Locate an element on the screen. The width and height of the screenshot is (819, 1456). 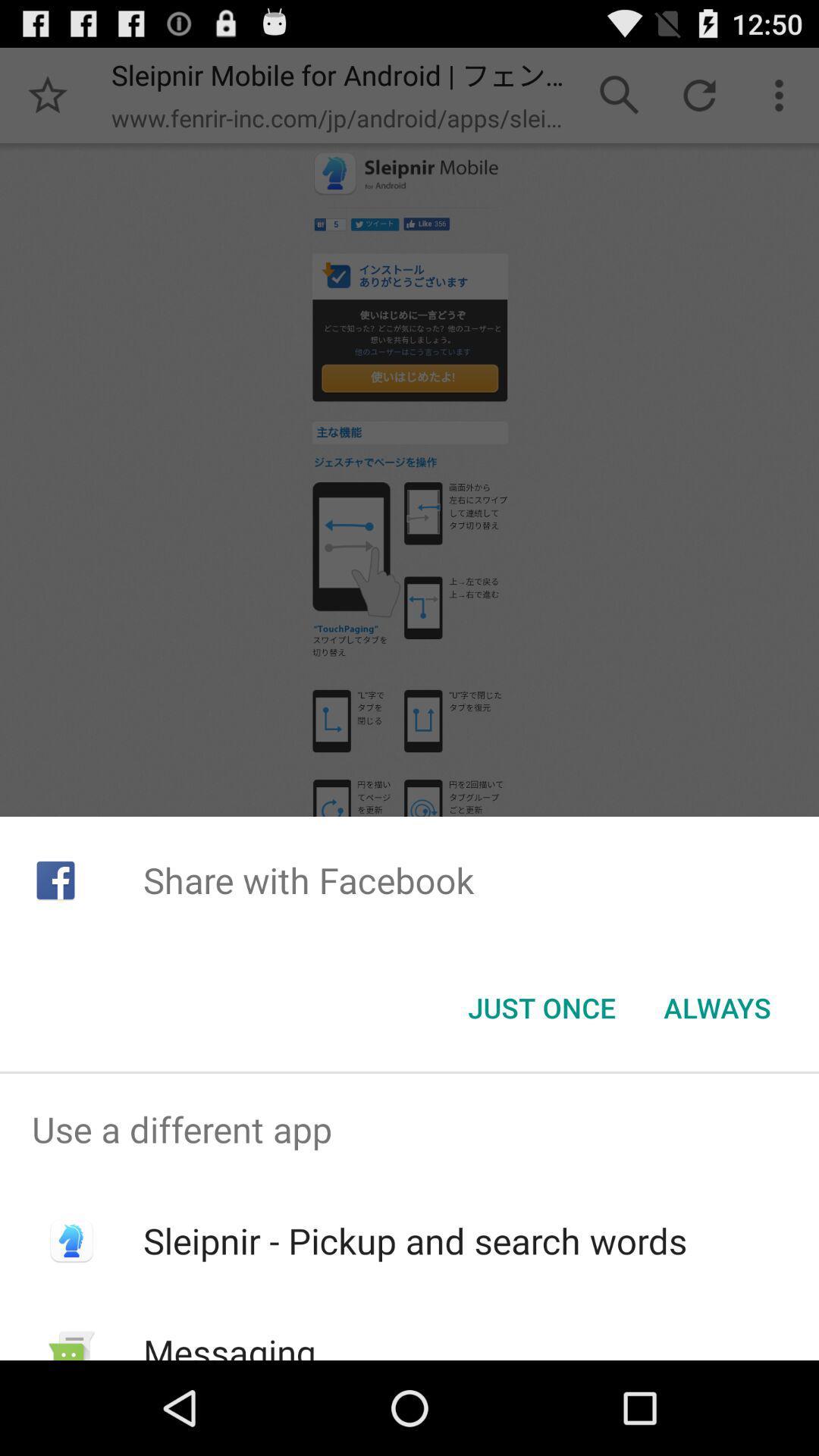
icon below share with facebook item is located at coordinates (541, 1008).